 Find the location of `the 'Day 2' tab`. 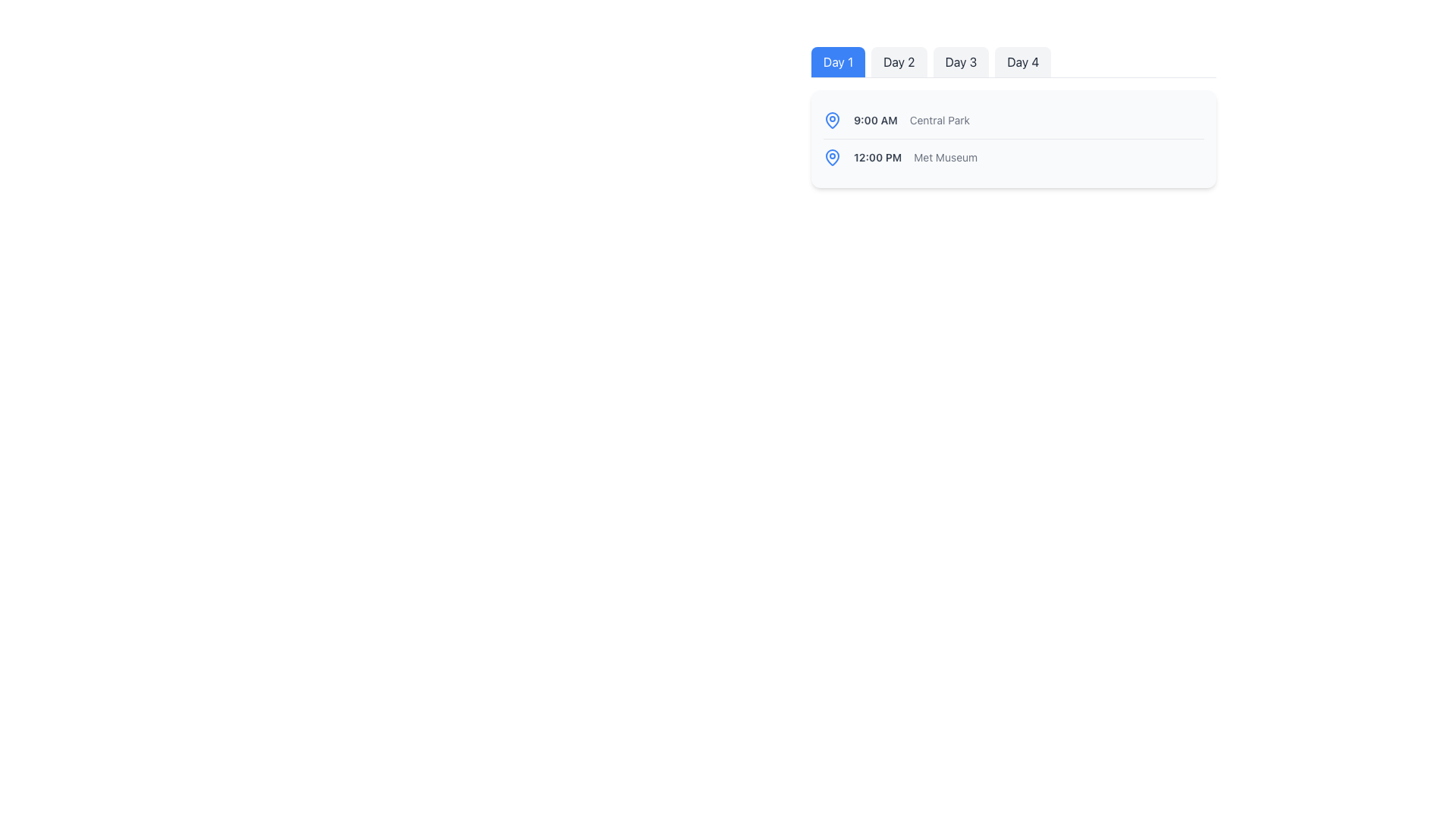

the 'Day 2' tab is located at coordinates (899, 61).